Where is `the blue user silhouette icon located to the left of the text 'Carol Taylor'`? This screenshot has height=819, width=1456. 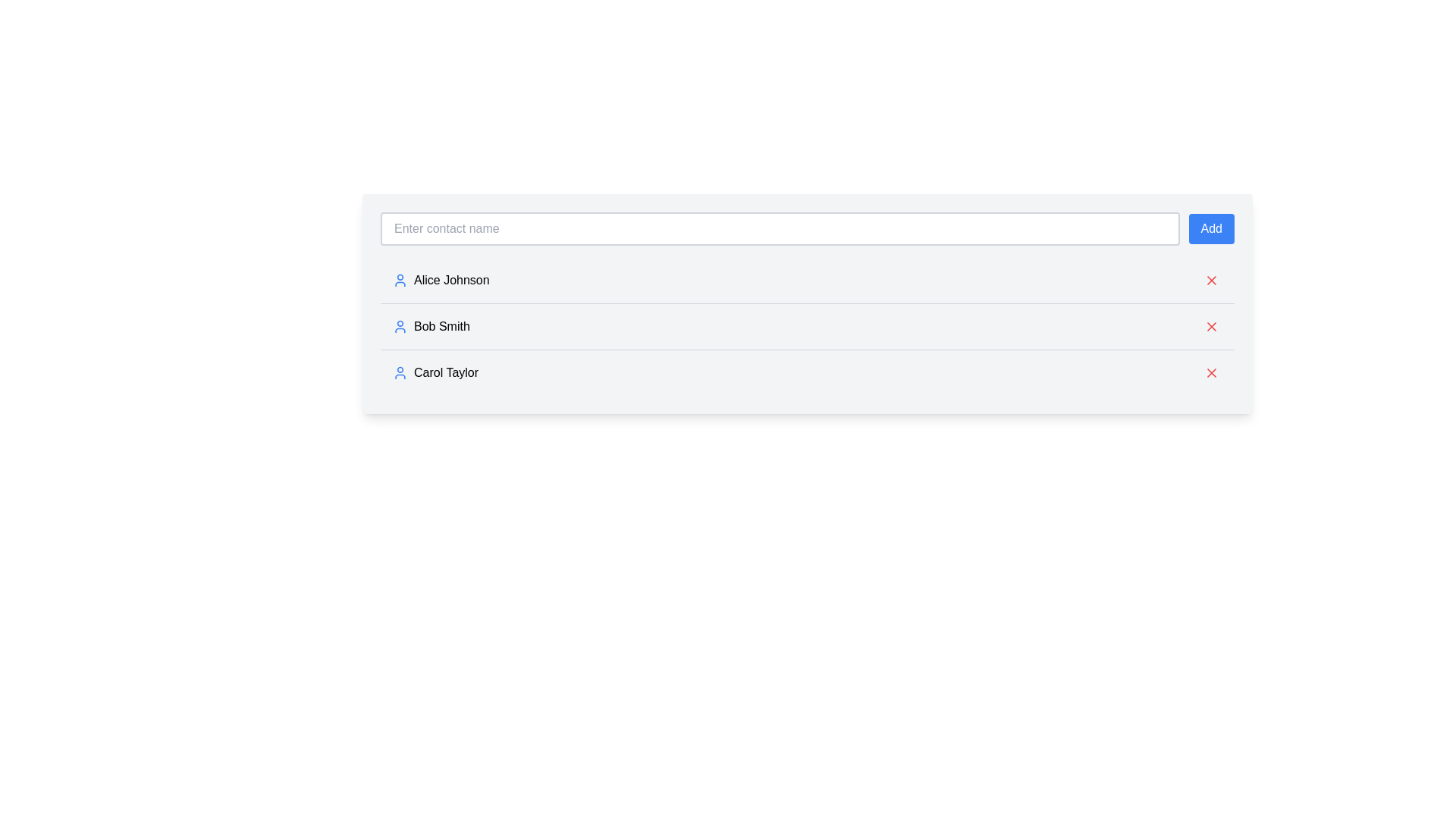 the blue user silhouette icon located to the left of the text 'Carol Taylor' is located at coordinates (400, 373).